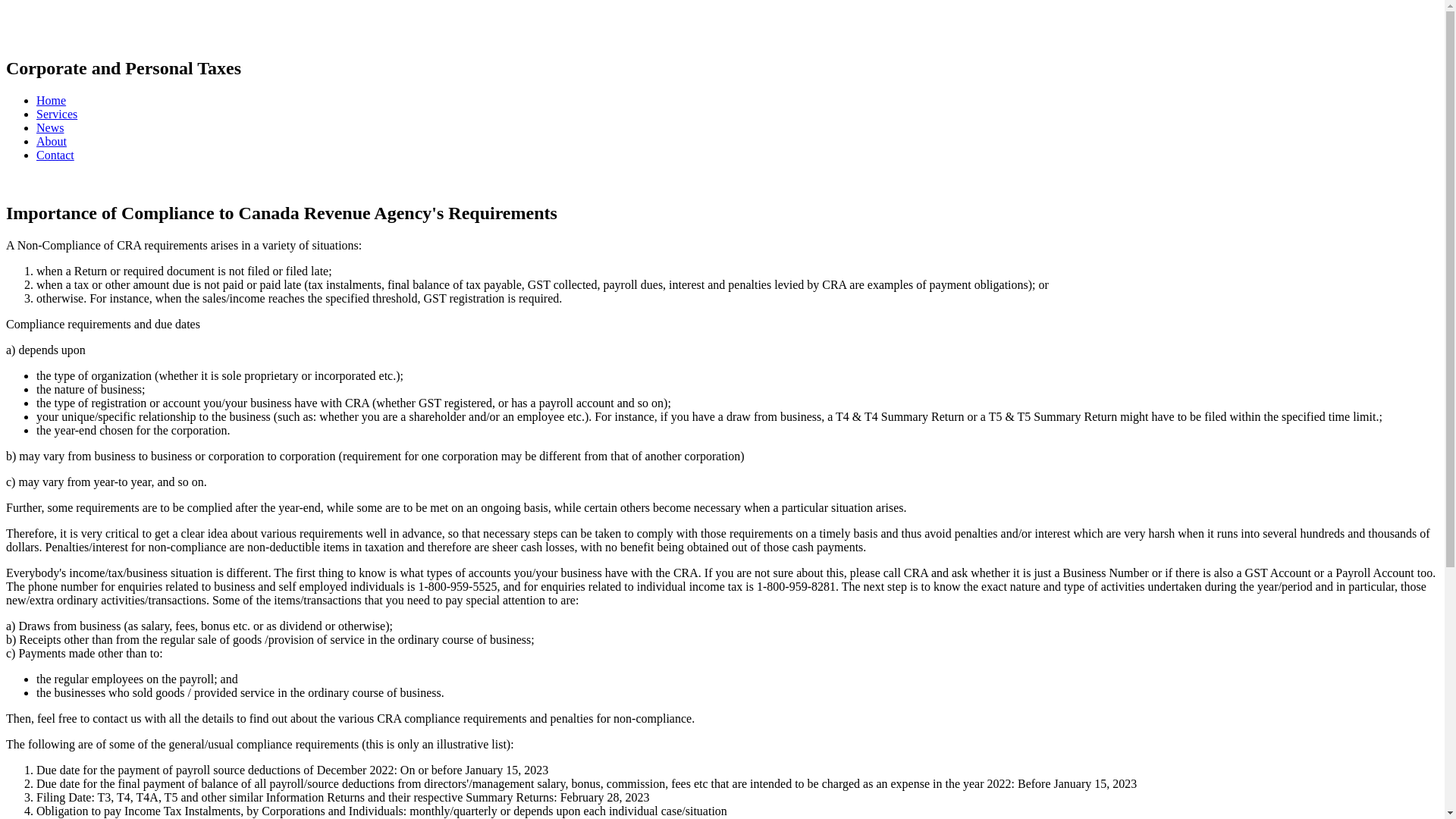  Describe the element at coordinates (36, 127) in the screenshot. I see `'News'` at that location.